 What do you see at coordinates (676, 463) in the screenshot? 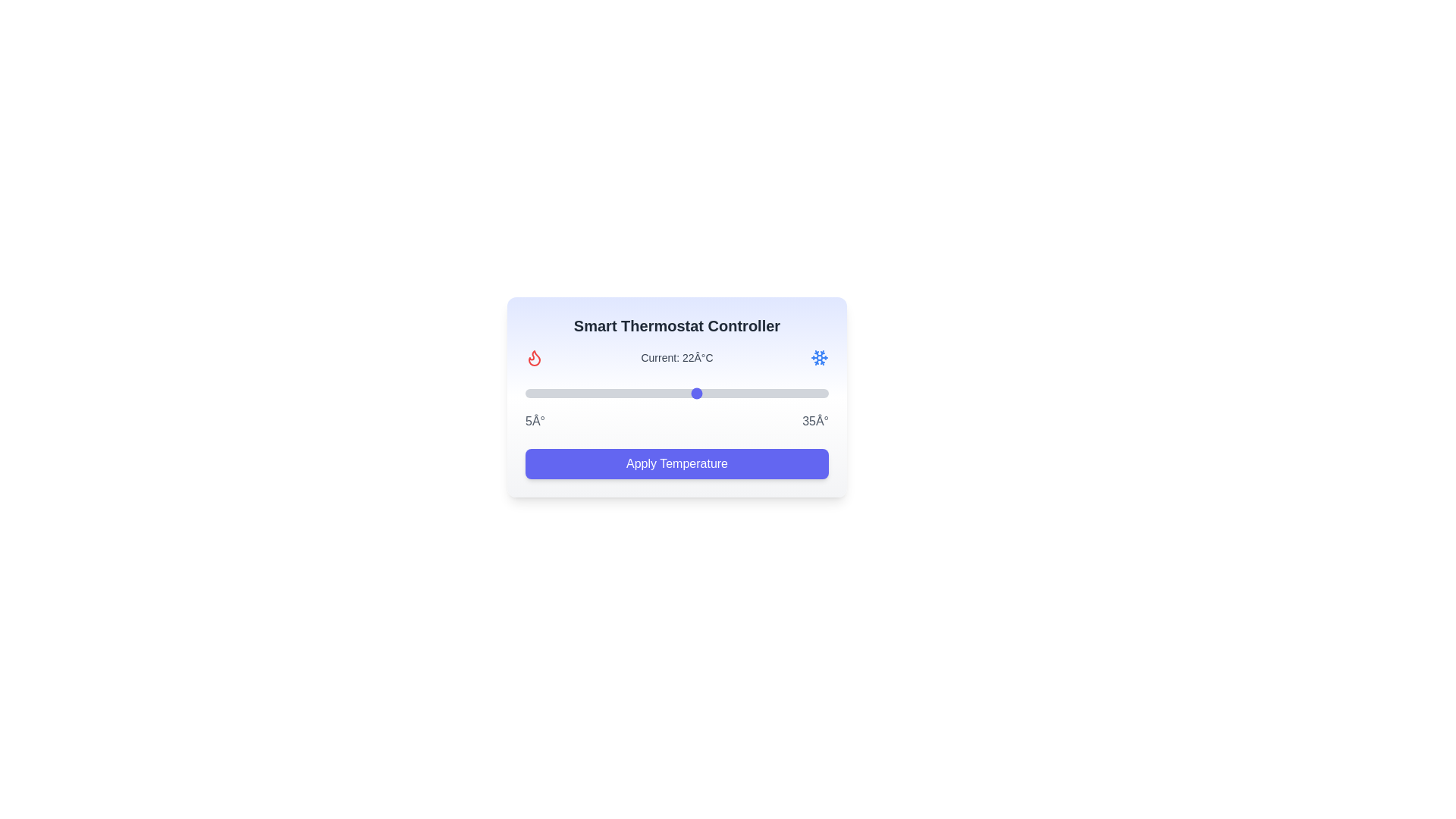
I see `'Apply Temperature' button` at bounding box center [676, 463].